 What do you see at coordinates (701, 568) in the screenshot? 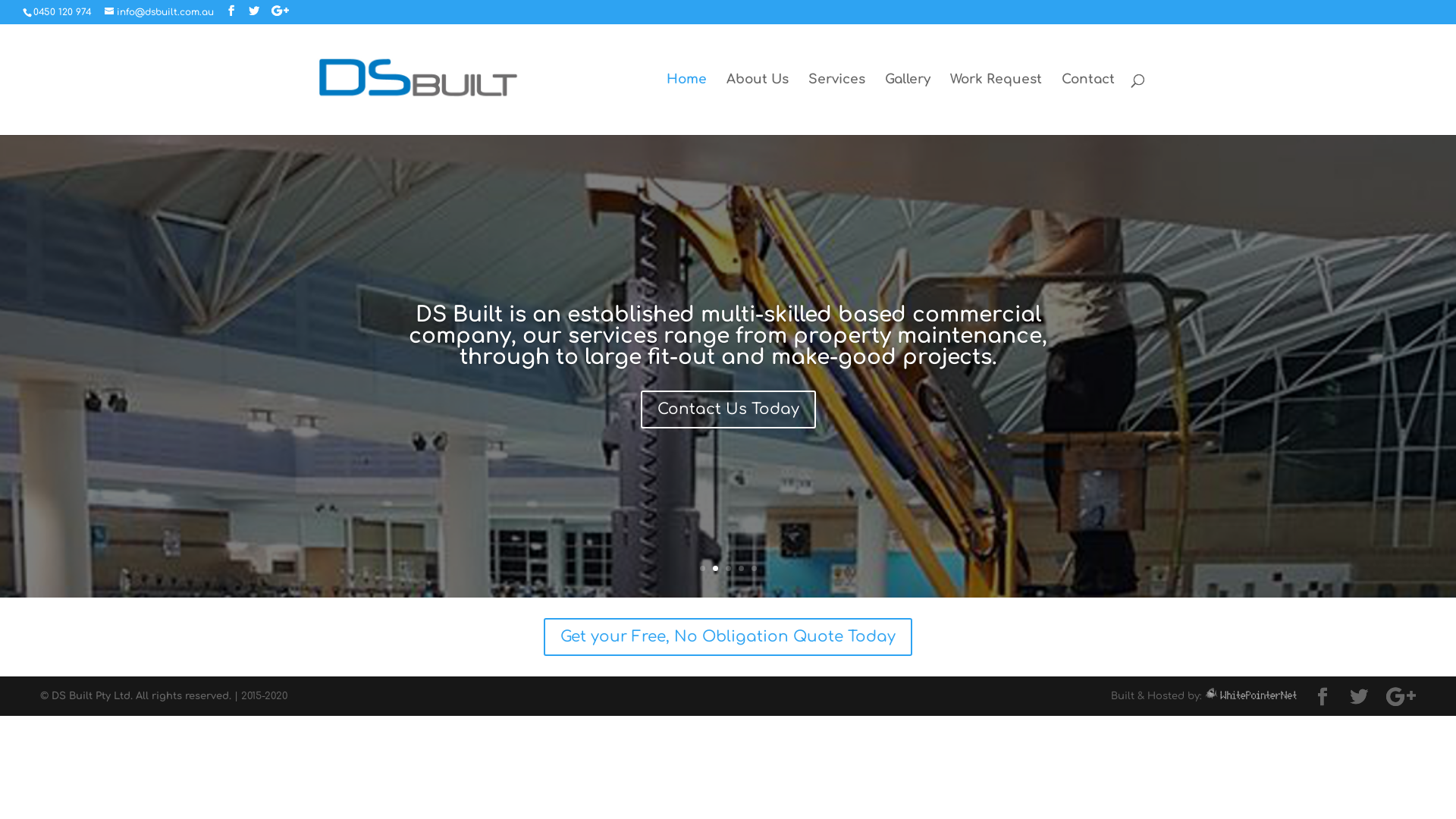
I see `'1'` at bounding box center [701, 568].